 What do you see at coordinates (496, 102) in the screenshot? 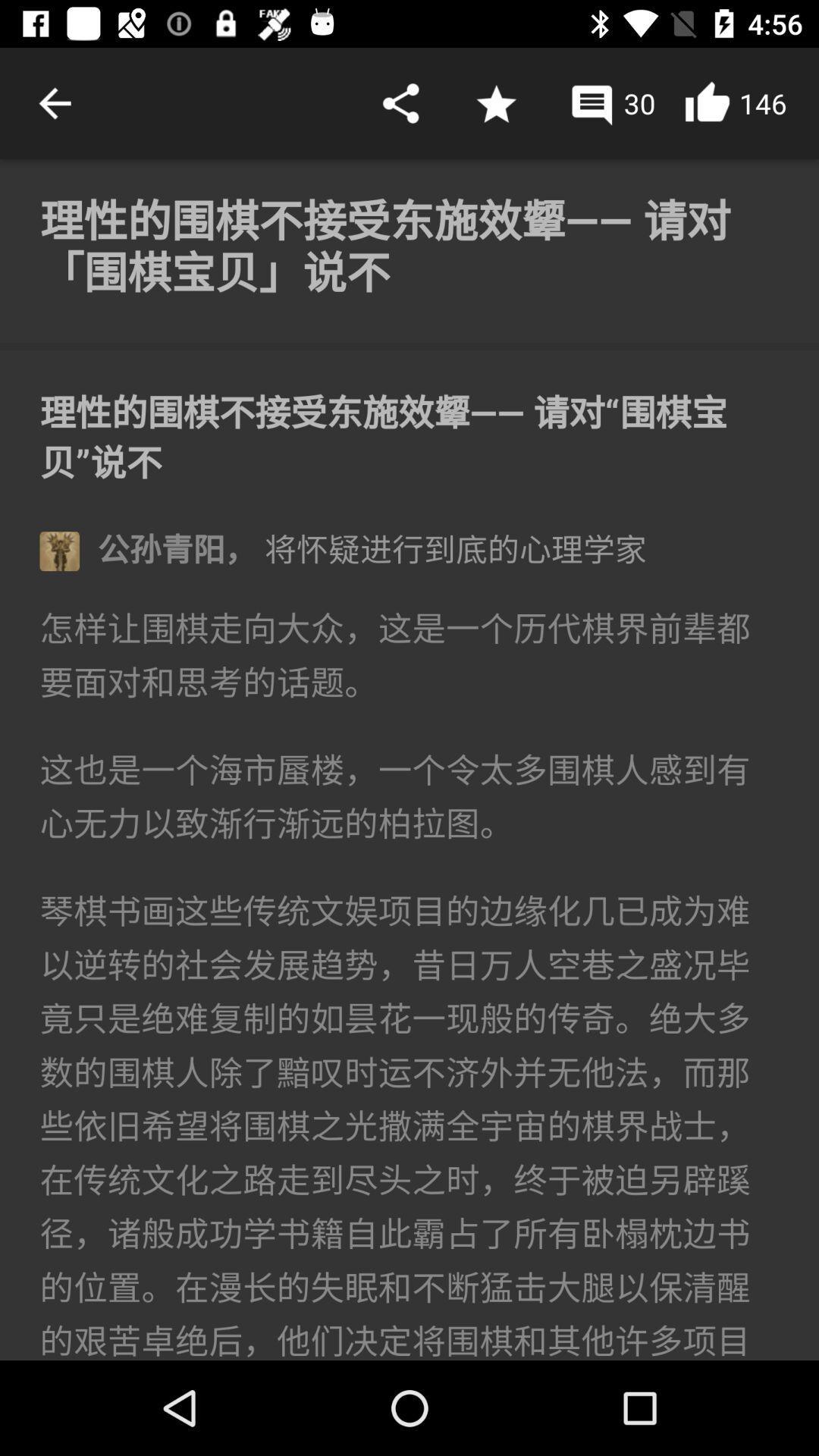
I see `favourtie button` at bounding box center [496, 102].